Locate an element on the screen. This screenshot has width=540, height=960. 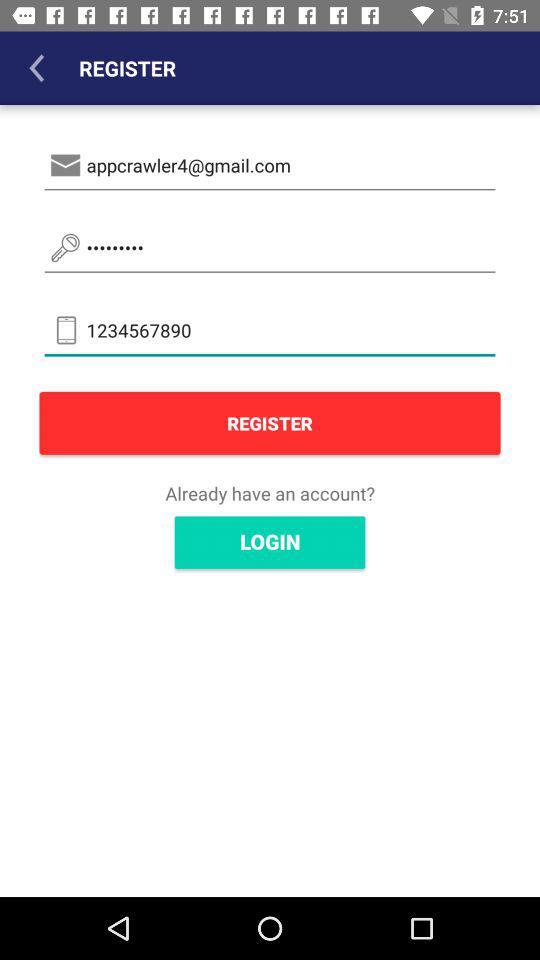
the icon below register item is located at coordinates (270, 492).